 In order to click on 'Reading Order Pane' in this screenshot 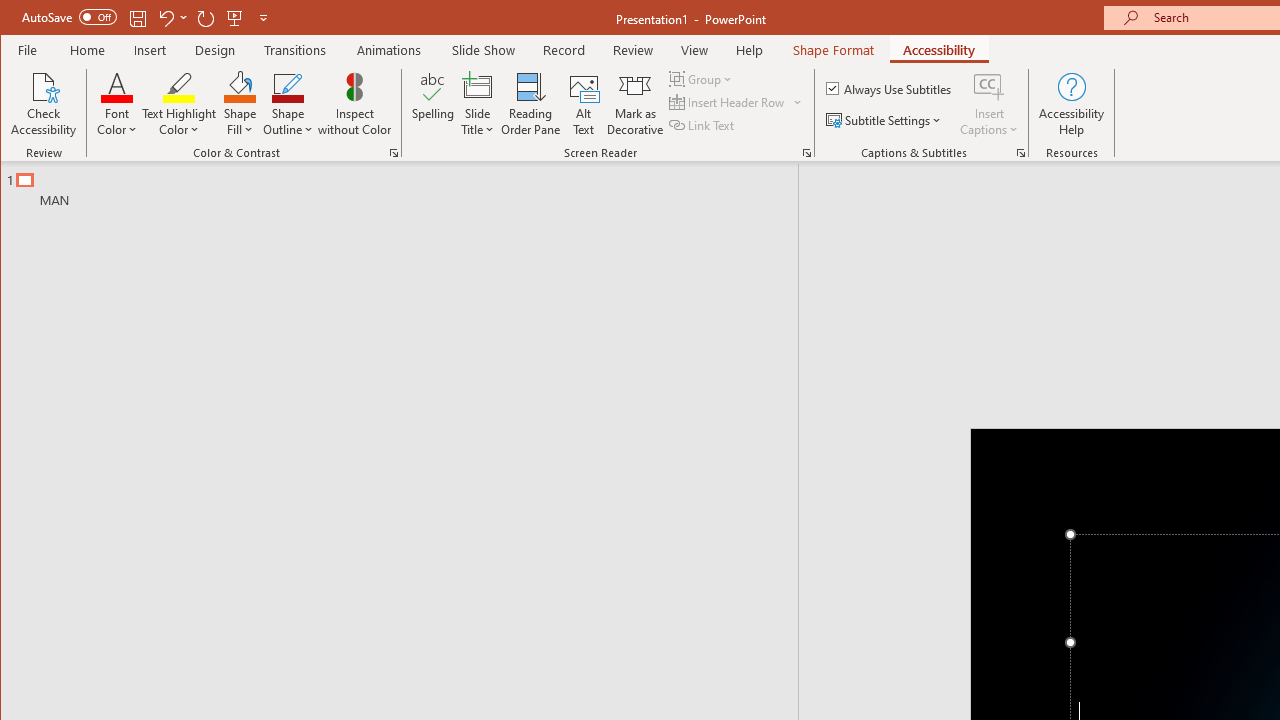, I will do `click(531, 104)`.